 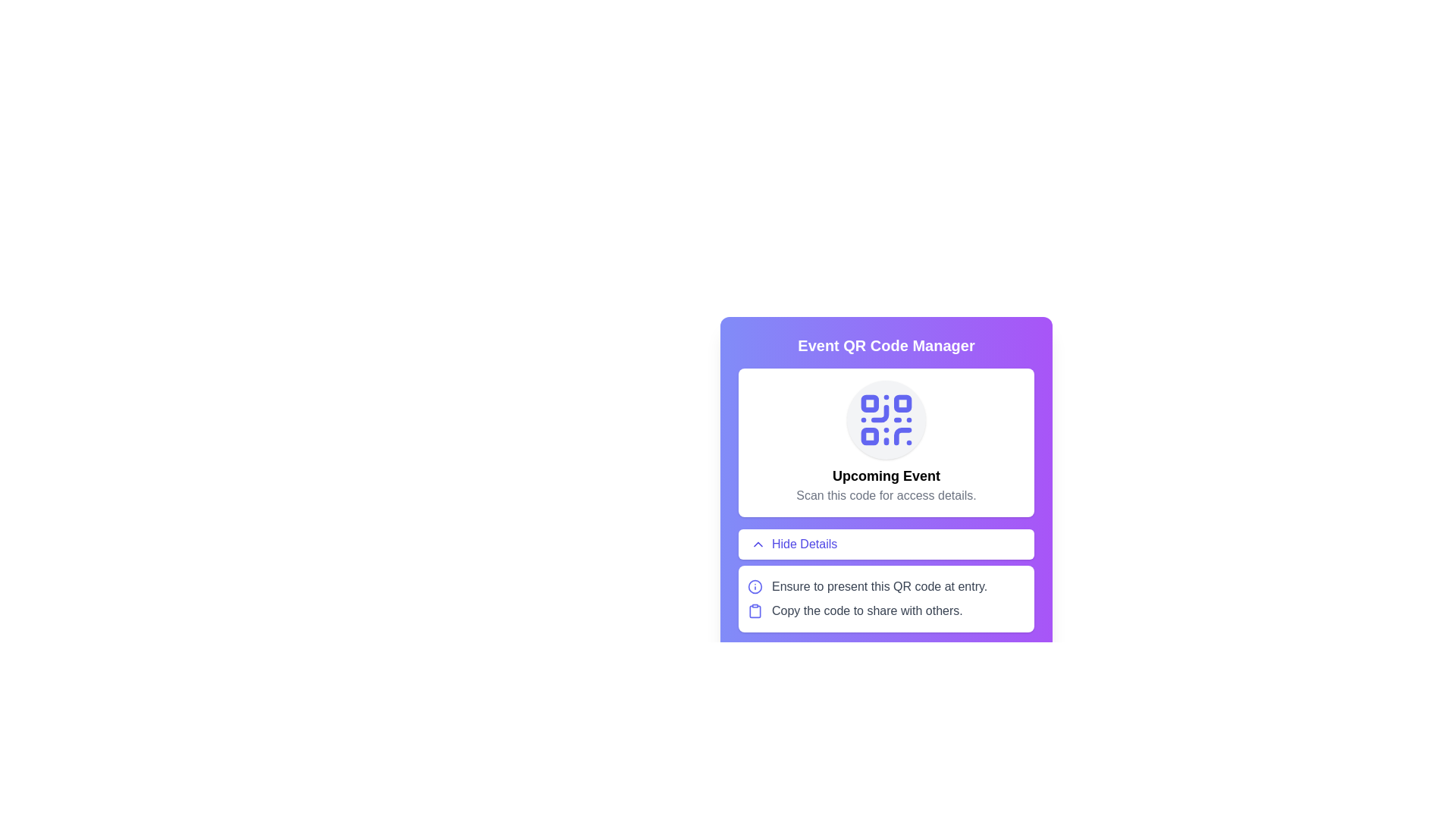 What do you see at coordinates (870, 403) in the screenshot?
I see `the top-left filled square of the QR code design within the 'Event QR Code Manager' interface` at bounding box center [870, 403].